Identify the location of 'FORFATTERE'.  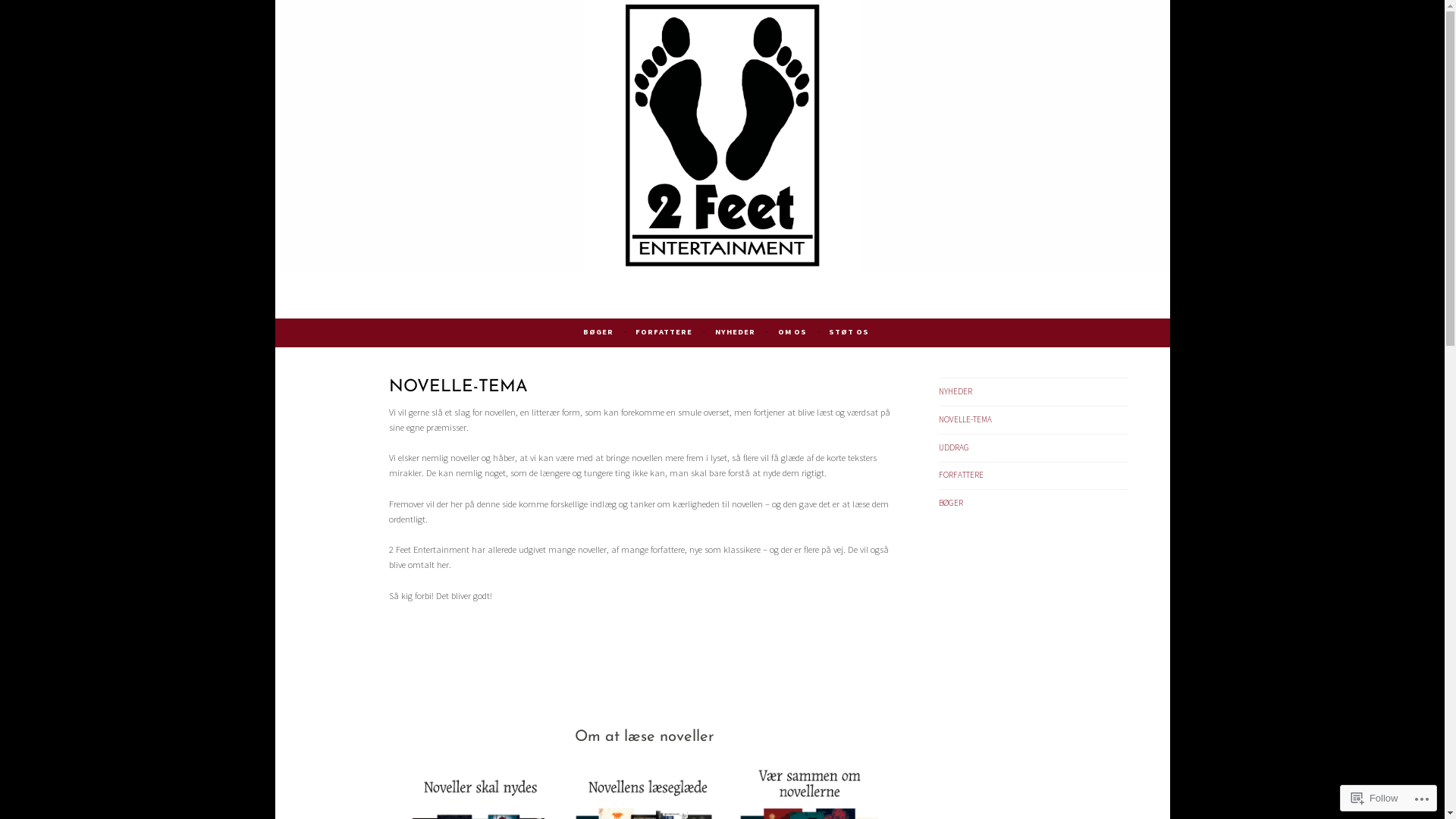
(960, 473).